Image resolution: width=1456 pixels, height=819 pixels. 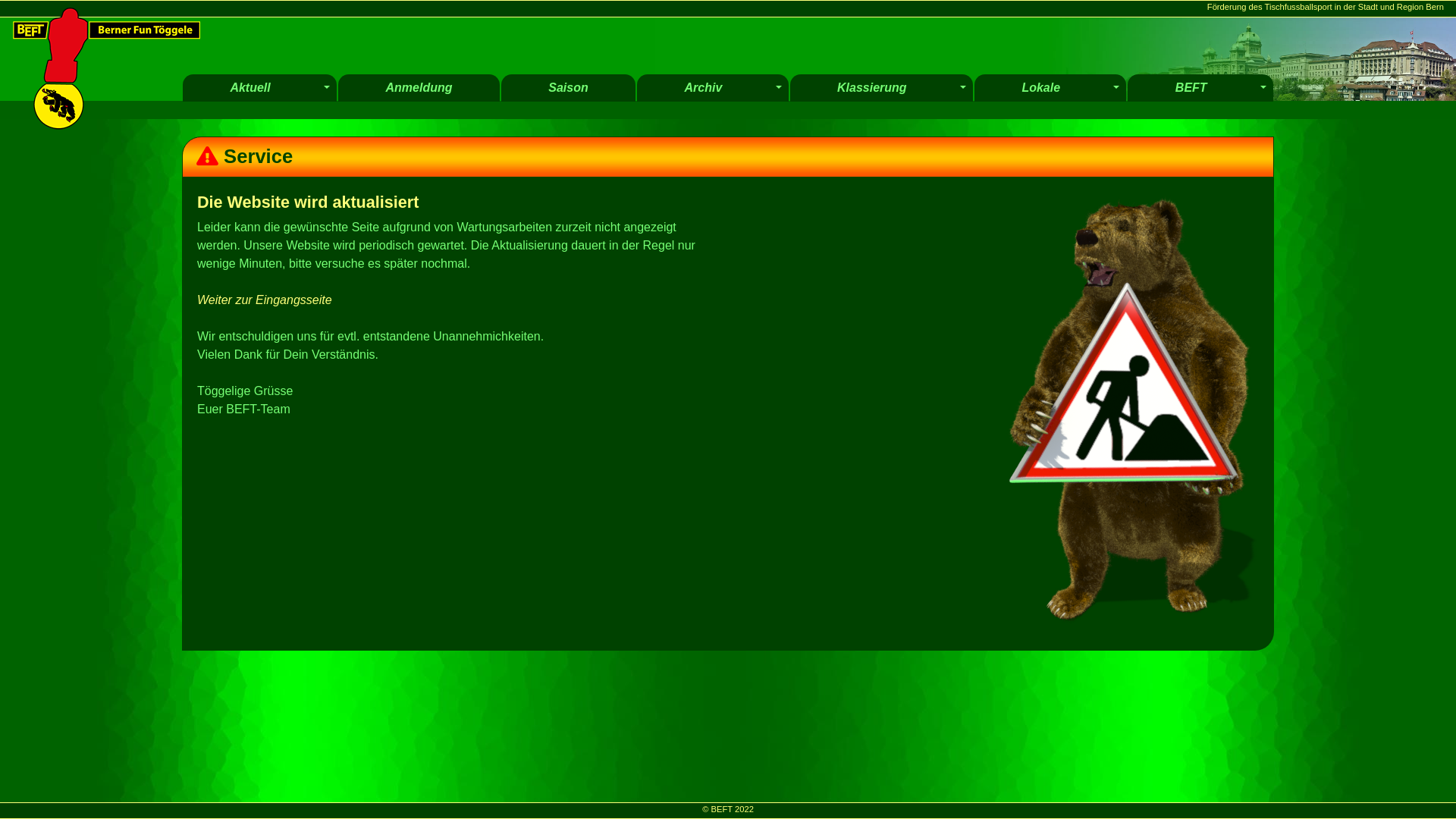 What do you see at coordinates (250, 87) in the screenshot?
I see `'Aktuell'` at bounding box center [250, 87].